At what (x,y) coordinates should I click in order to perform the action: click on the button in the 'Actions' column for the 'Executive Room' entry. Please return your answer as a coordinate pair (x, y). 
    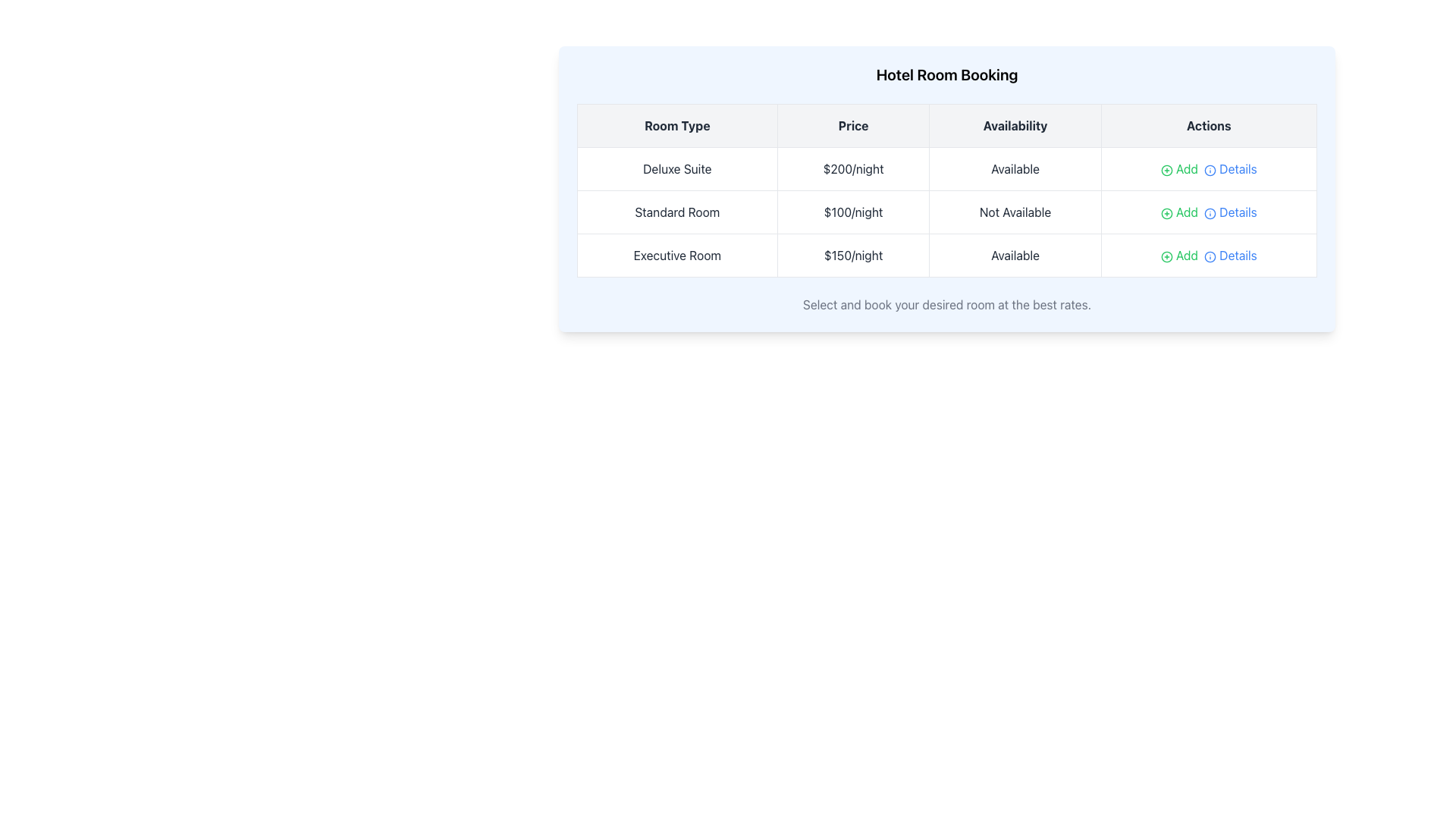
    Looking at the image, I should click on (1166, 256).